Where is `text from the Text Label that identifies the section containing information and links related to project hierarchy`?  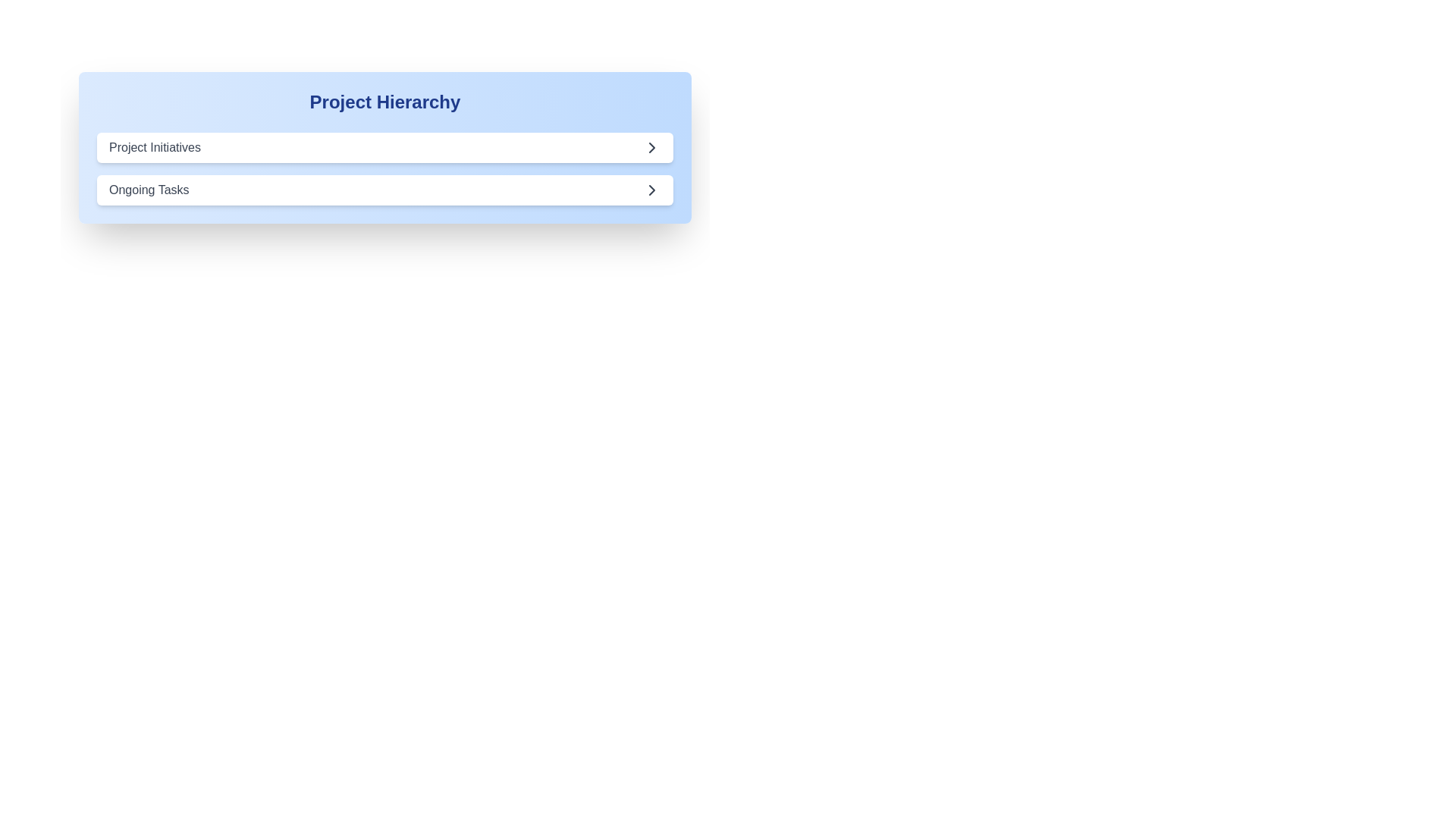 text from the Text Label that identifies the section containing information and links related to project hierarchy is located at coordinates (385, 102).